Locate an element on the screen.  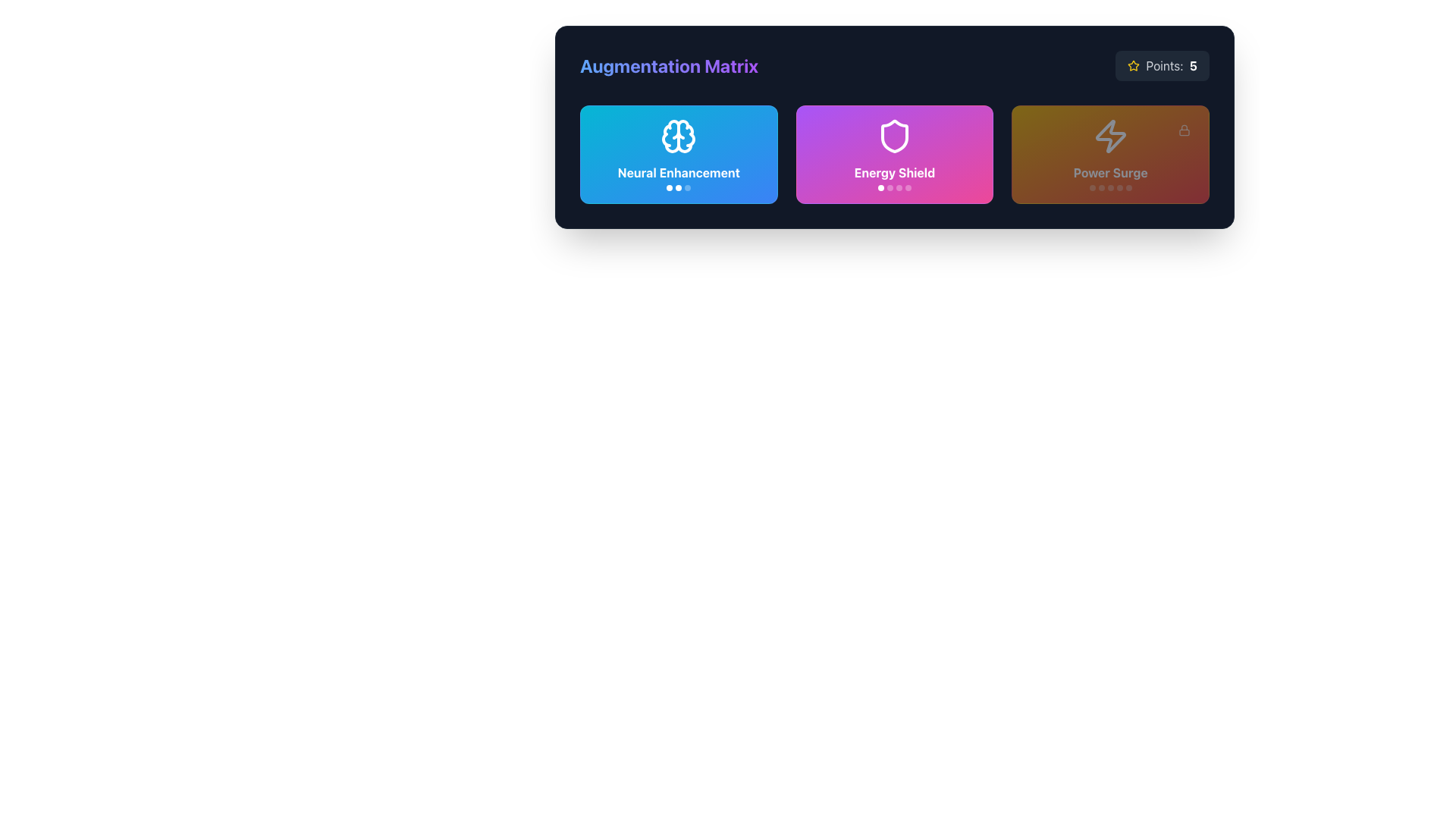
the Text Label displaying 'Augmentation Matrix', which is prominently styled with a gradient from blue to purple and positioned on the left side of the header section is located at coordinates (668, 65).